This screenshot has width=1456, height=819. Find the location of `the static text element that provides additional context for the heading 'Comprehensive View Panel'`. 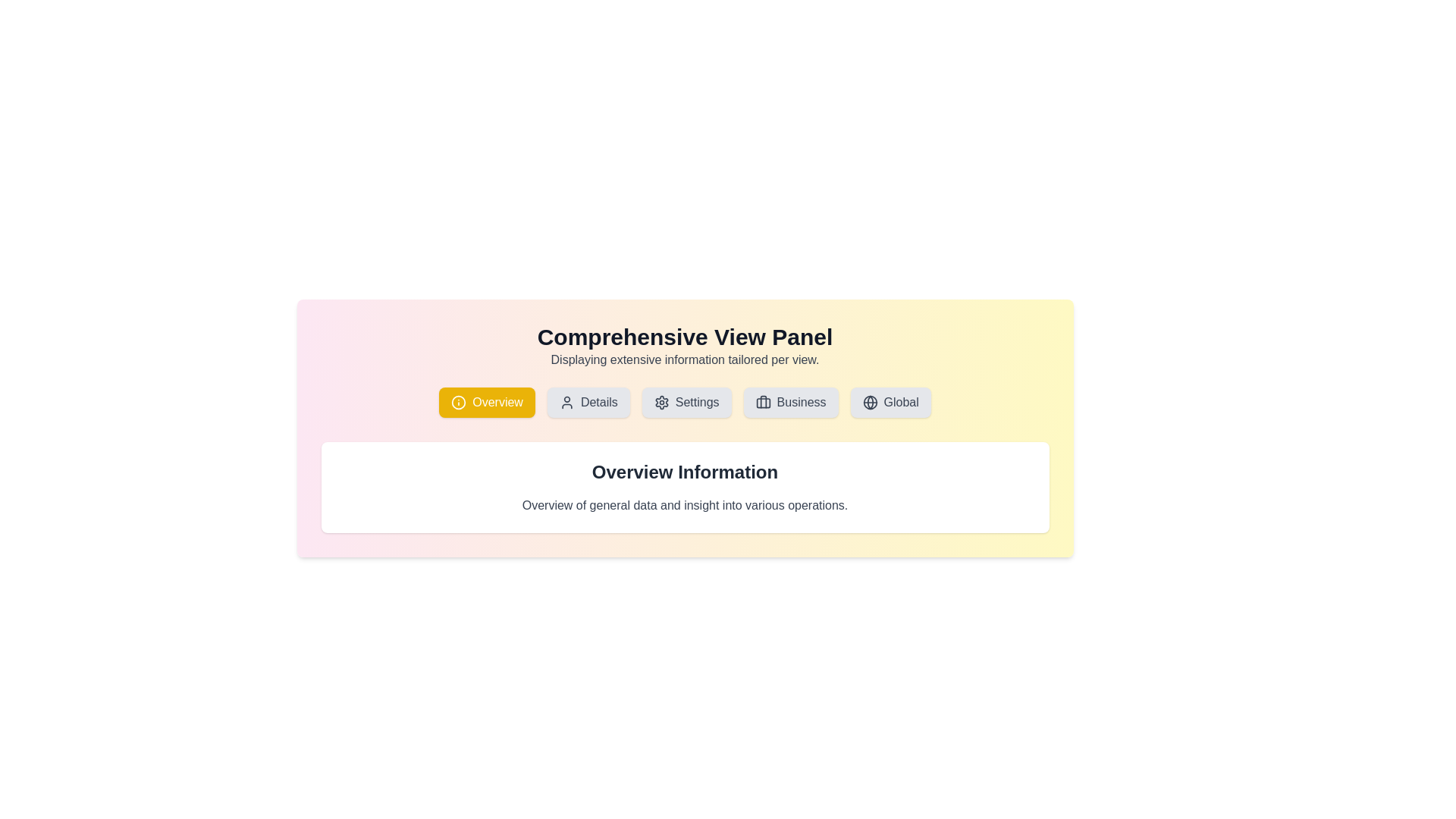

the static text element that provides additional context for the heading 'Comprehensive View Panel' is located at coordinates (684, 359).